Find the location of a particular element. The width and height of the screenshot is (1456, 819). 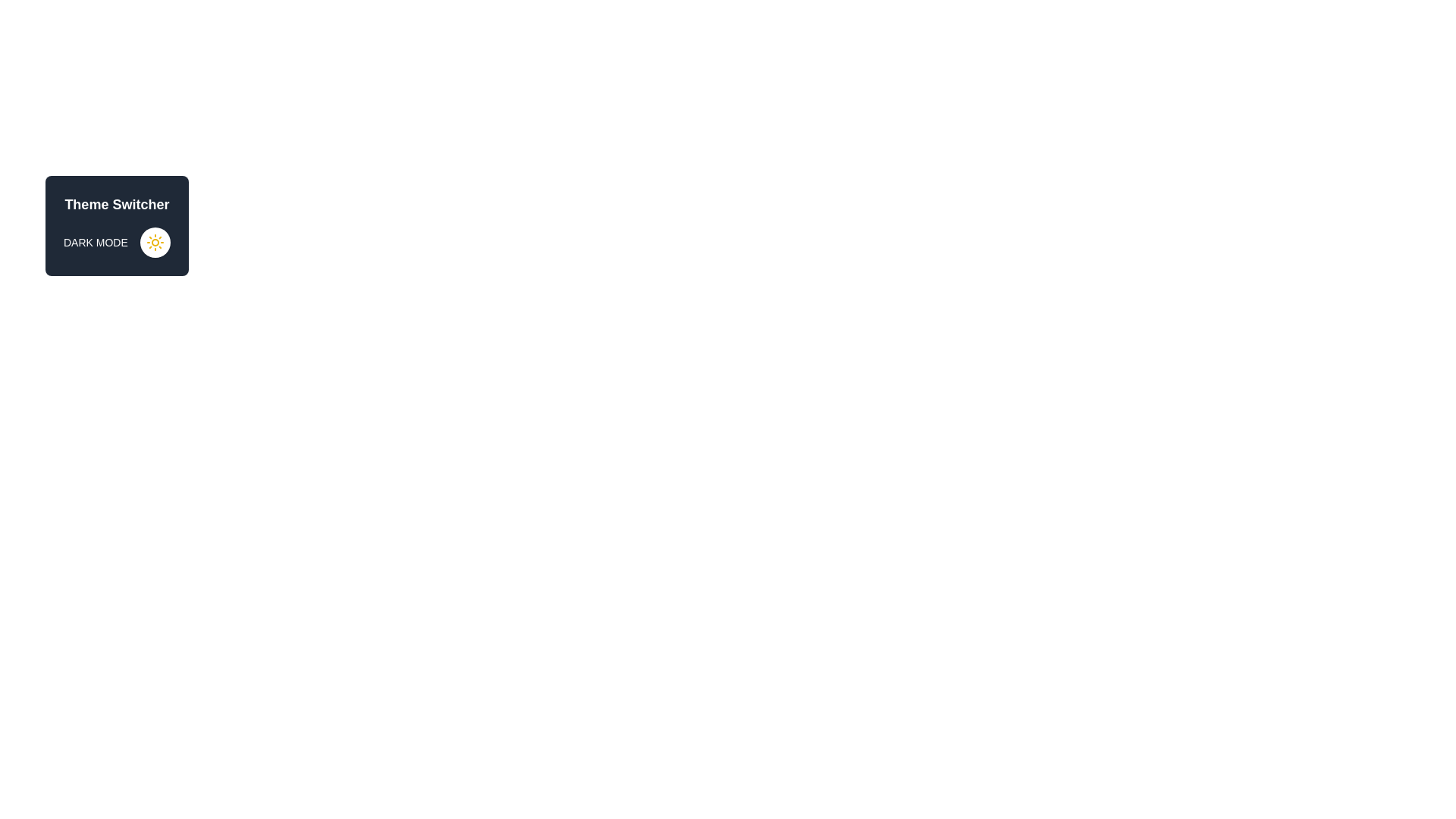

the toggle switch located below the 'Theme Switcher' text to switch themes between light and dark modes is located at coordinates (116, 242).